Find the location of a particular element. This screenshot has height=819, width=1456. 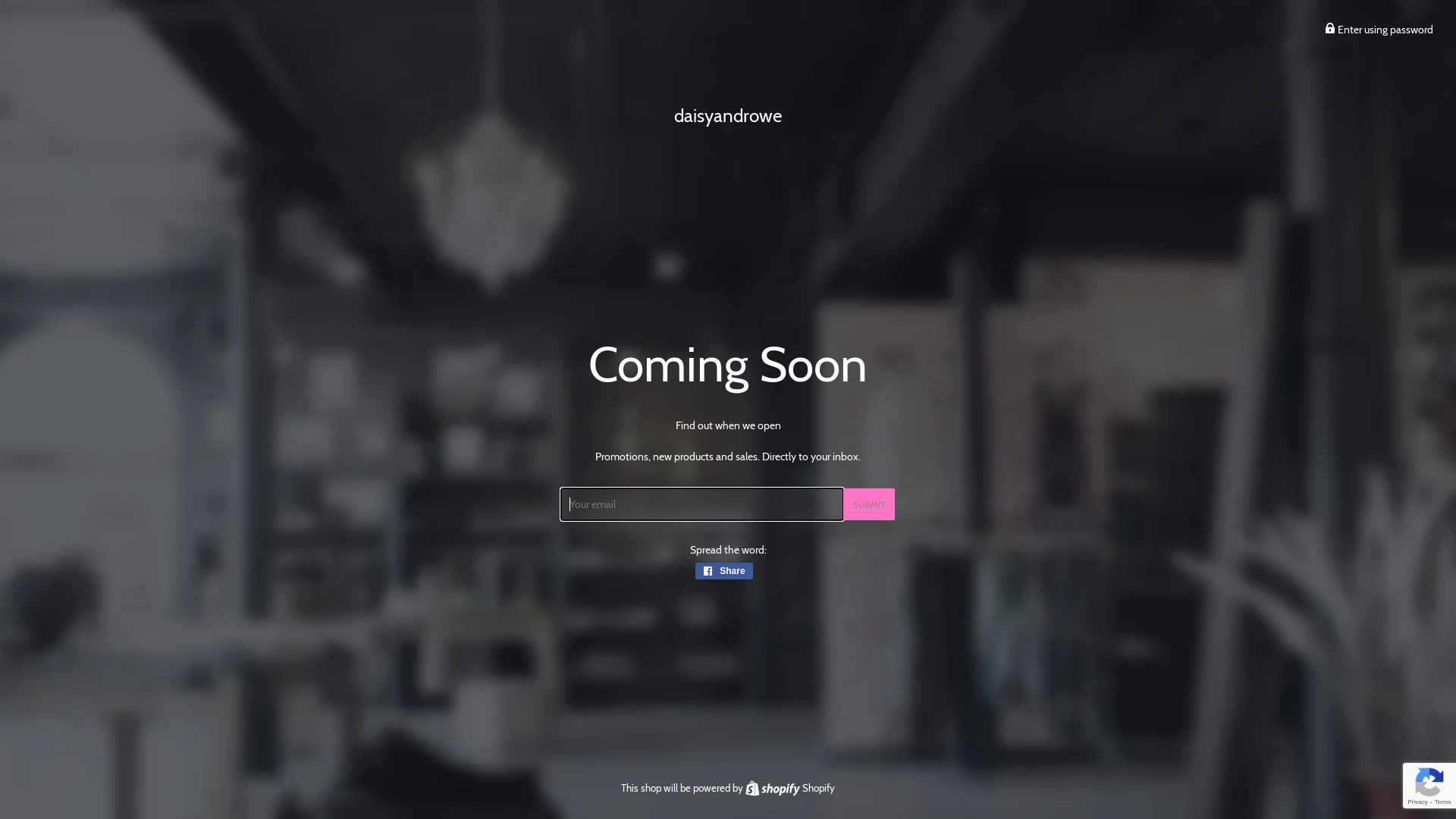

'Shopify logo Shopify' is located at coordinates (789, 786).